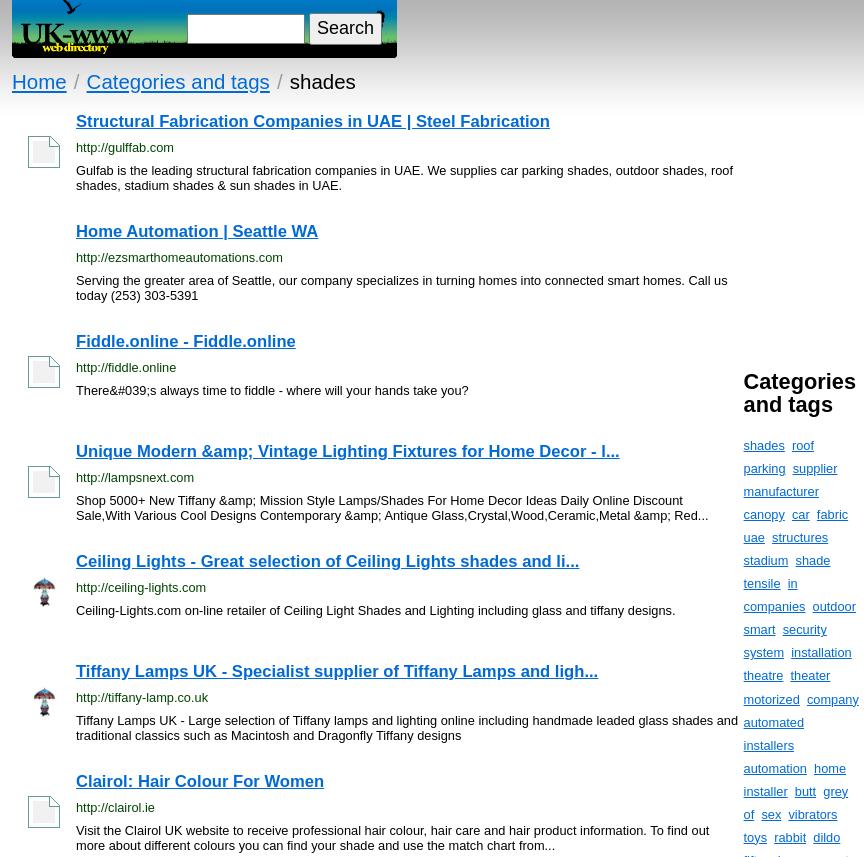 Image resolution: width=864 pixels, height=857 pixels. Describe the element at coordinates (123, 146) in the screenshot. I see `'http://gulffab.com'` at that location.